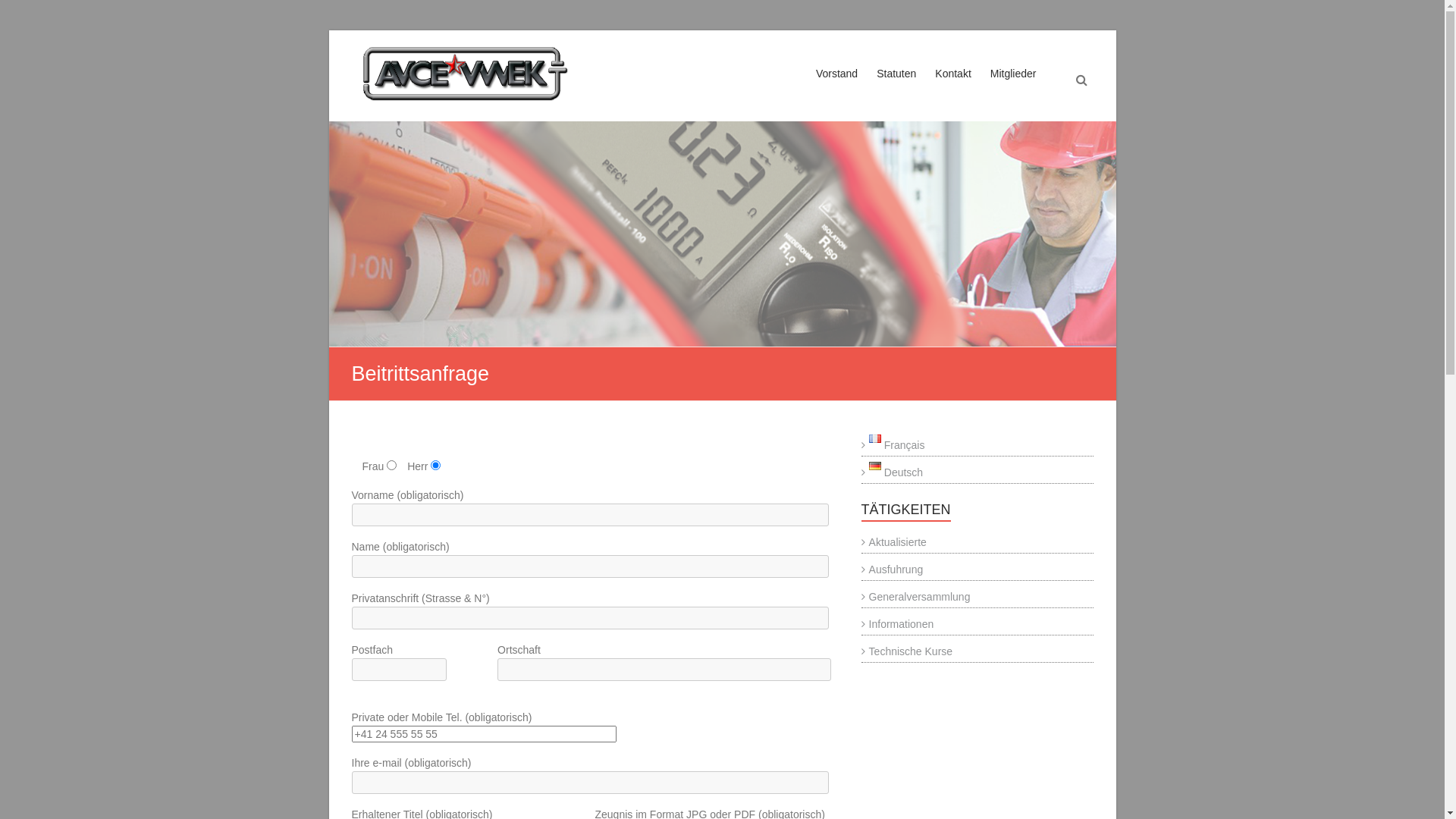 The height and width of the screenshot is (819, 1456). Describe the element at coordinates (952, 87) in the screenshot. I see `'Kontakt'` at that location.